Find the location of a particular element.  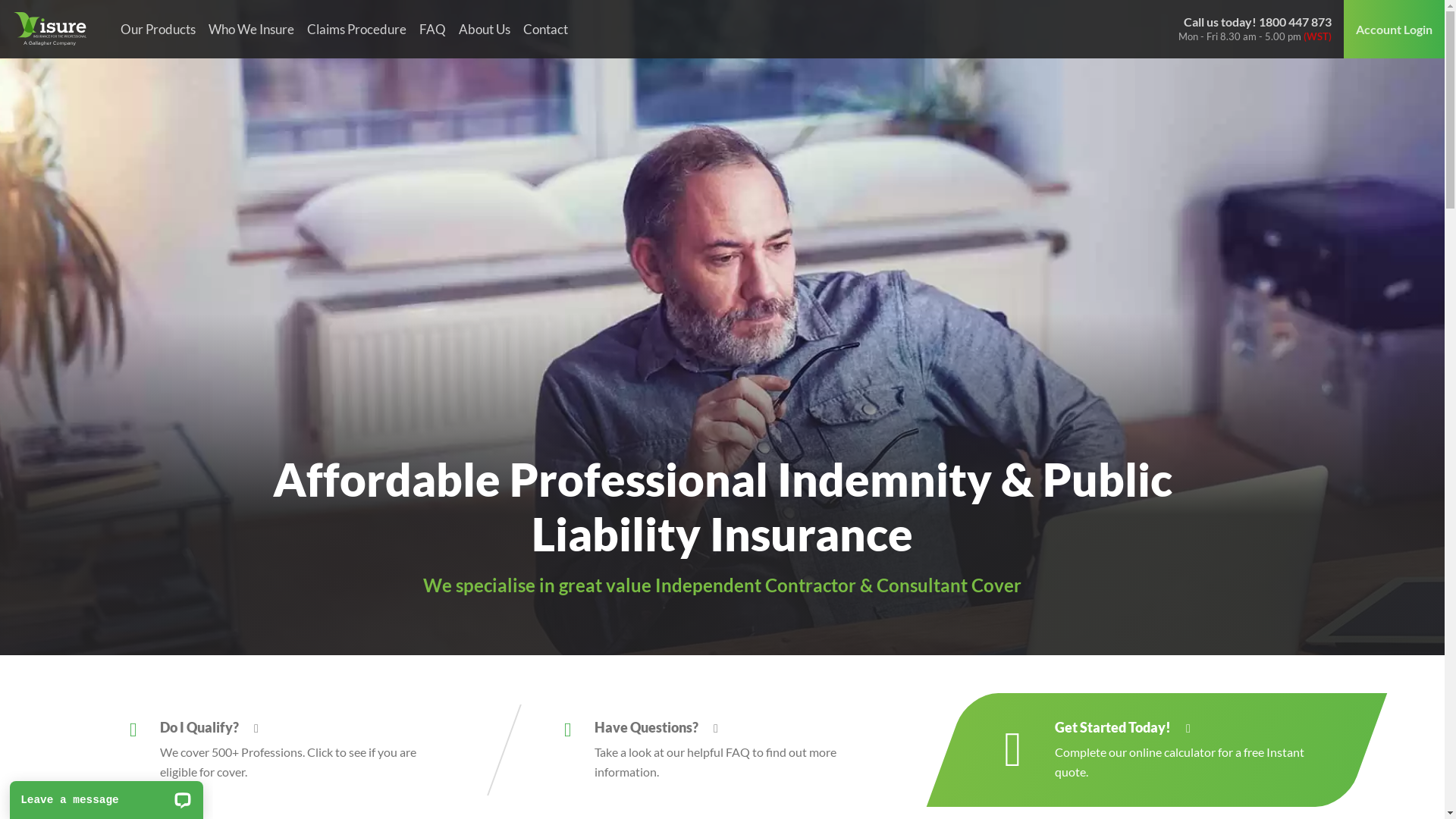

'Claims Procedure' is located at coordinates (356, 29).